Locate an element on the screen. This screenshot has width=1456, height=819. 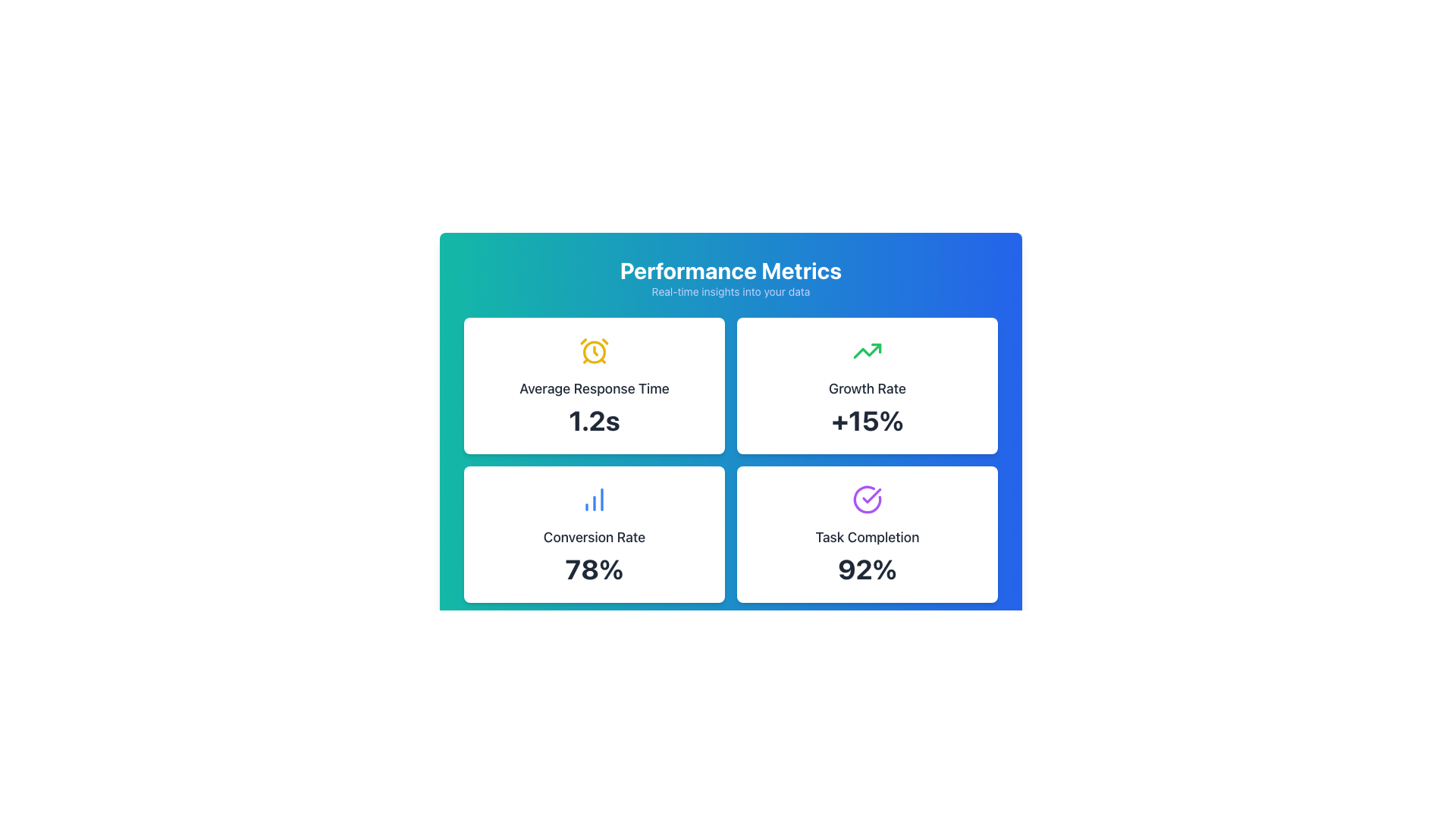
the task completion percentage text element located within the 'Task Completion' card in the bottom-right quadrant of the layout is located at coordinates (867, 570).